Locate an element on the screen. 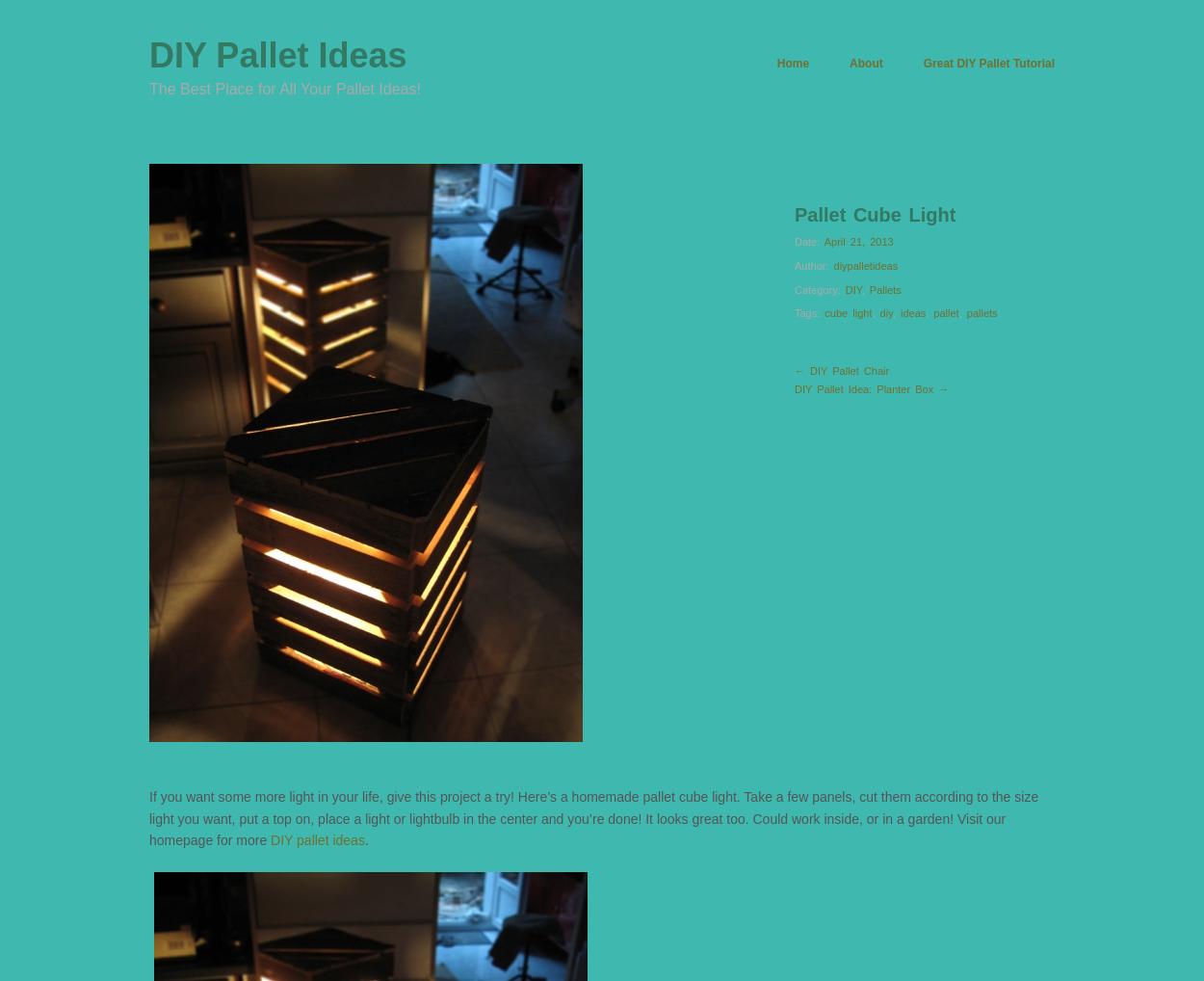 This screenshot has width=1204, height=981. 'If you want some more light in your life, give this project a try! Here’s a homemade pallet cube light. Take a few panels, cut them according to the size light you want, put a top on, place a light or lightbulb in the center and you’re done! It looks great too. Could work inside, or in a garden! Visit our homepage for more' is located at coordinates (592, 817).